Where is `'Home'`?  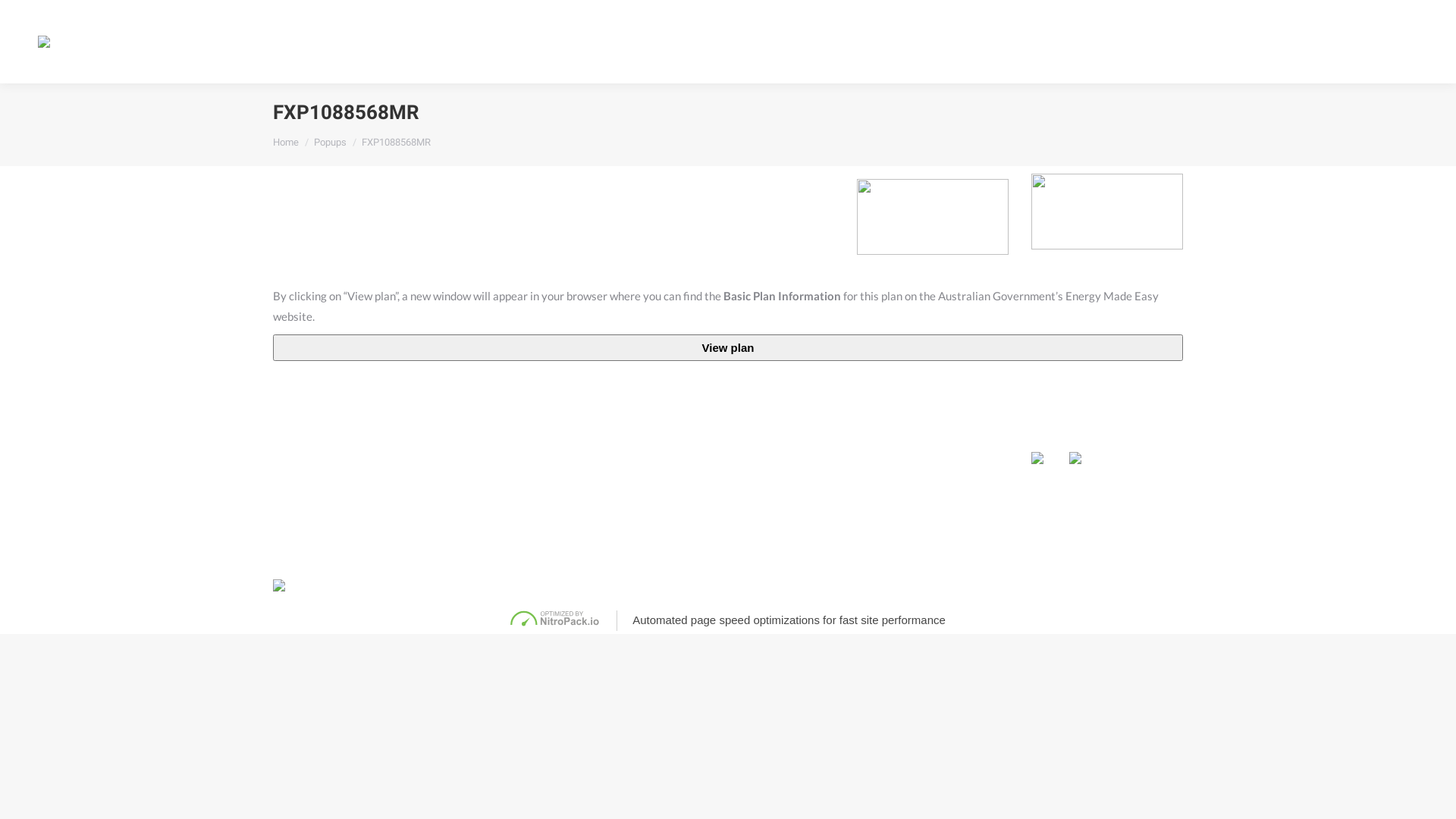
'Home' is located at coordinates (286, 142).